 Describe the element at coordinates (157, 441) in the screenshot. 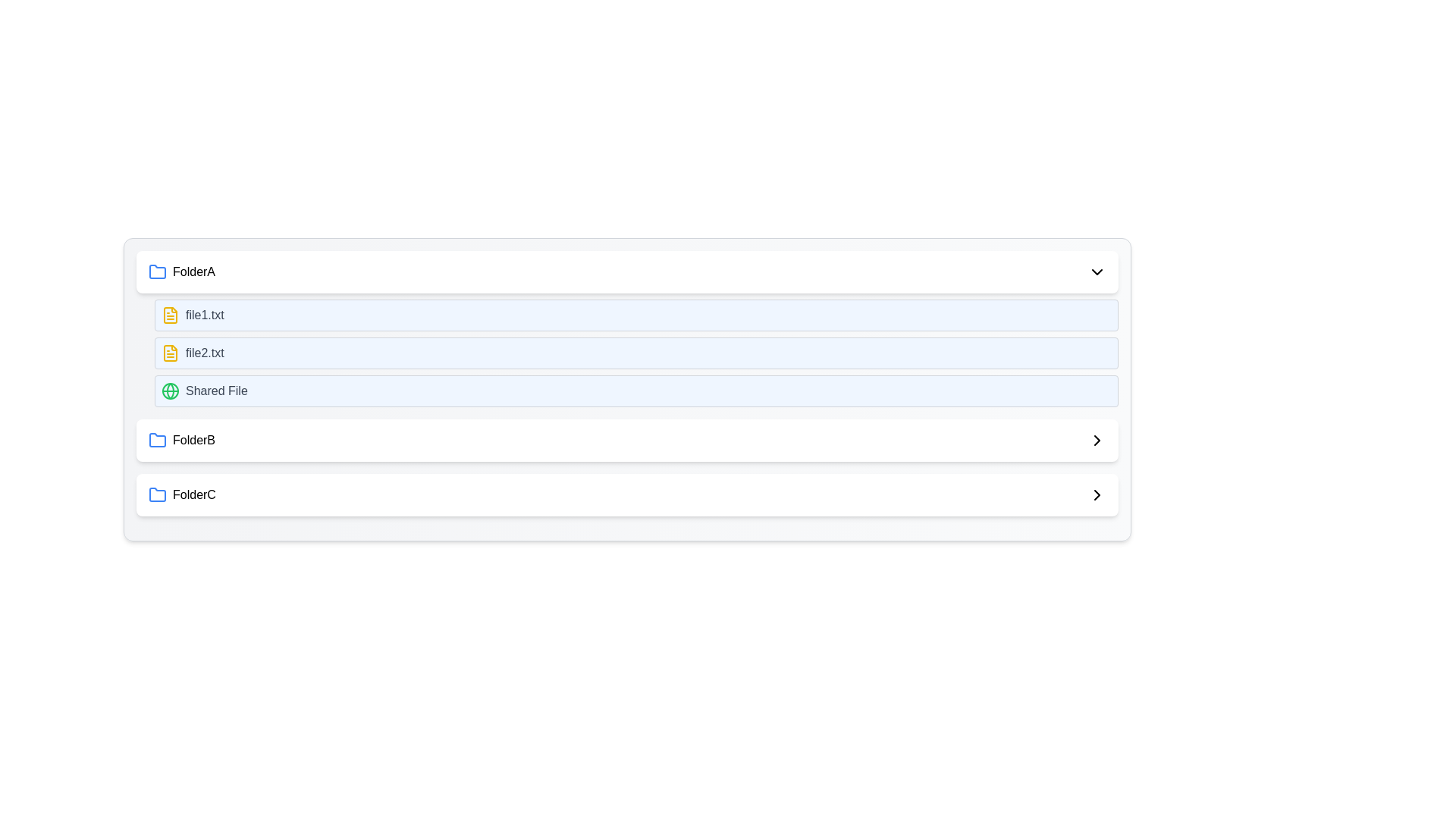

I see `the folder icon located to the left of the text label 'FolderB' in the second displayed folder group` at that location.